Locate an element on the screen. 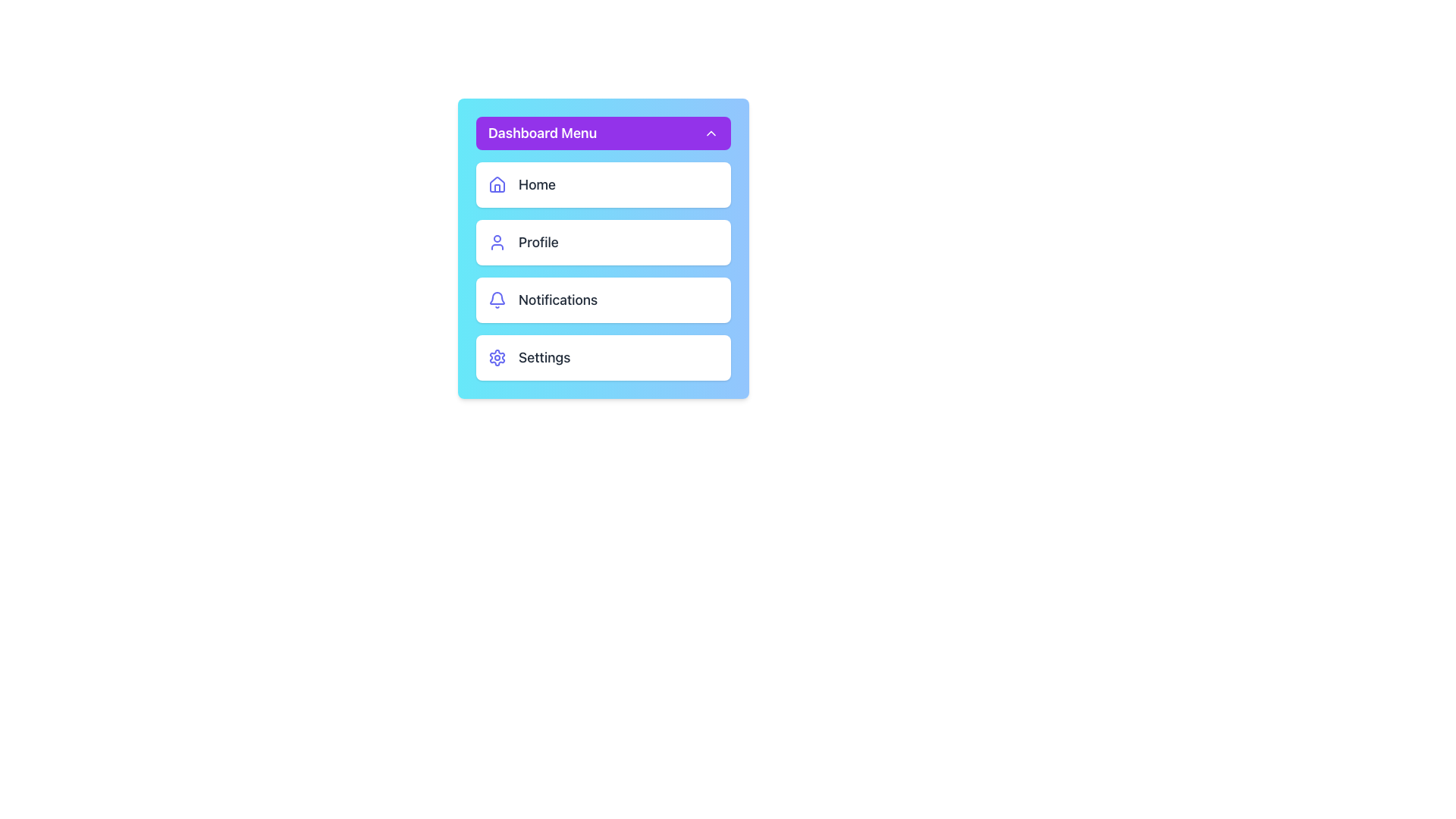  the Settings icon located to the left of the text label 'Settings' in the user interface is located at coordinates (497, 357).